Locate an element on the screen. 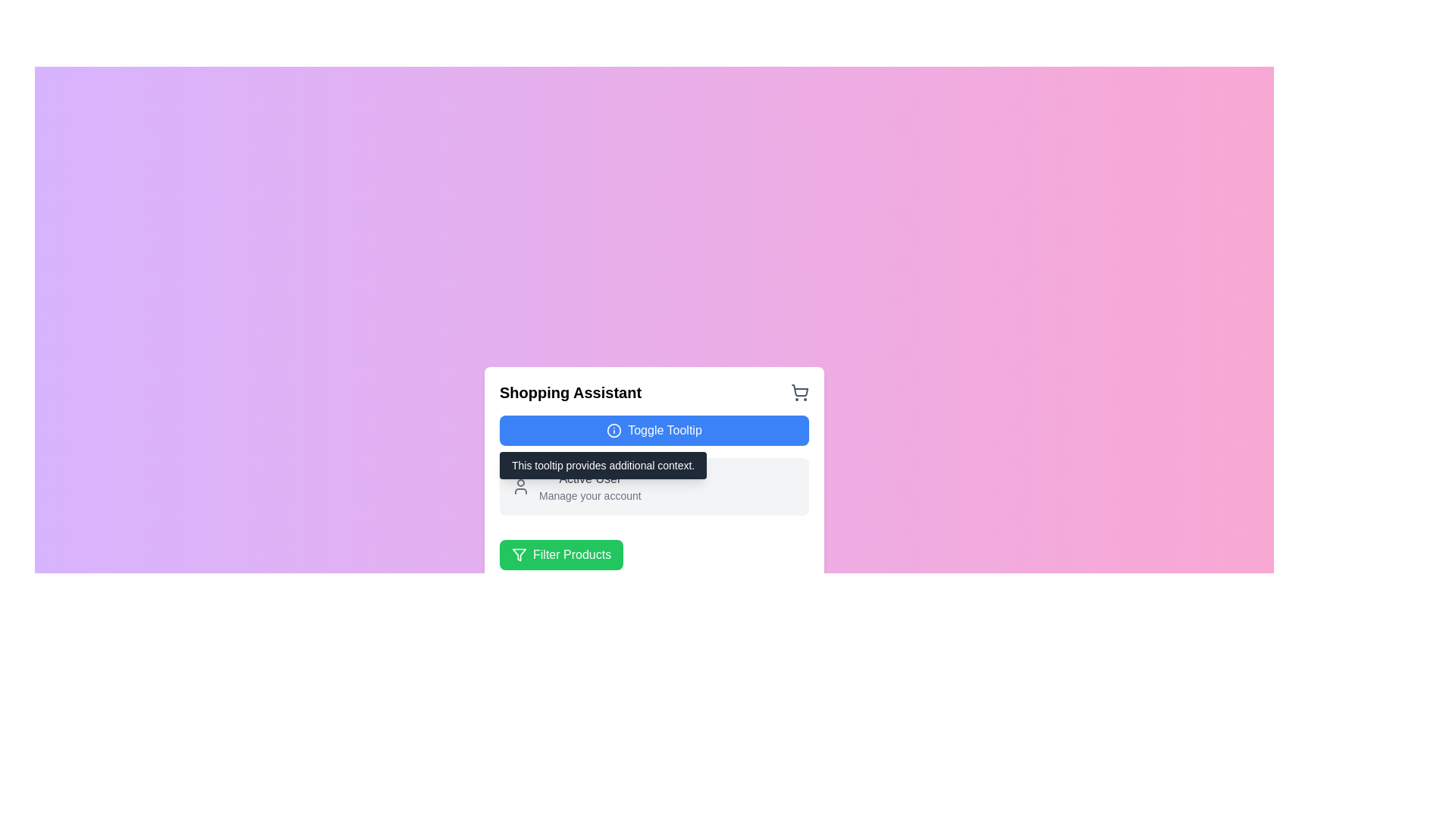 The height and width of the screenshot is (819, 1456). the button labeled 'Toggle Tooltip' with a blue background and white text is located at coordinates (654, 430).